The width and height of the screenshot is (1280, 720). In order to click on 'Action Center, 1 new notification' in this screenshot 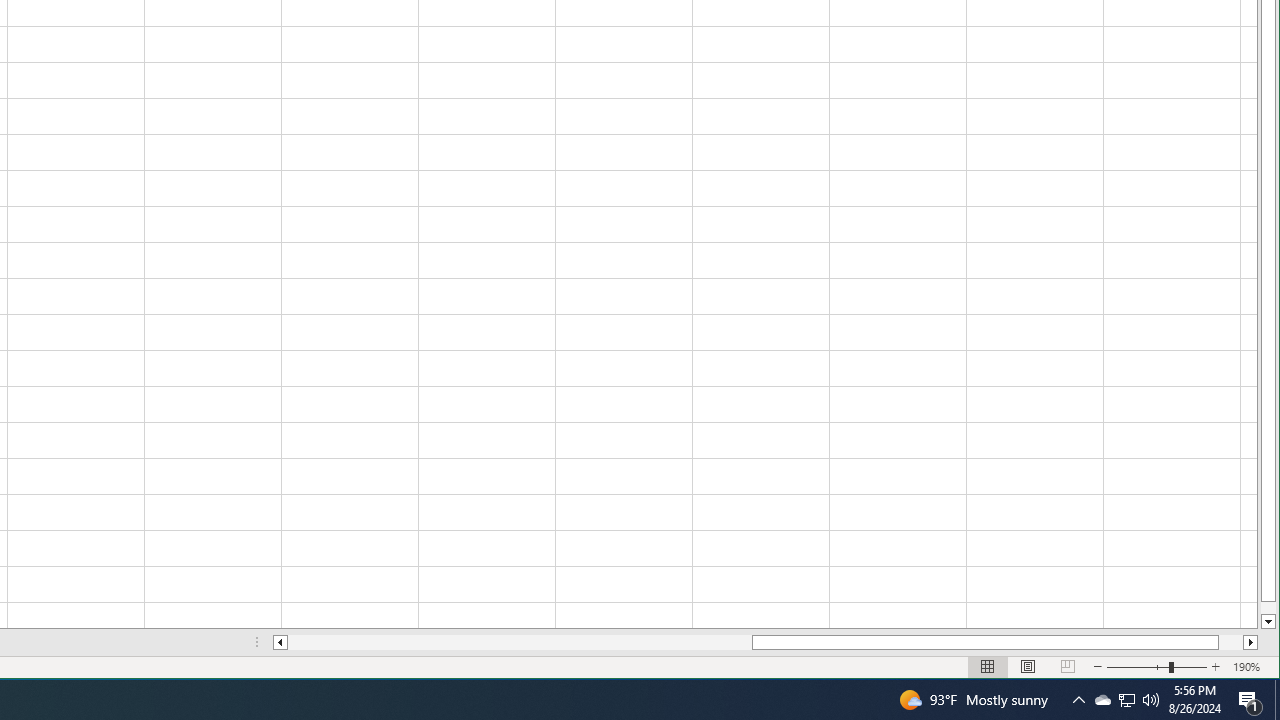, I will do `click(1250, 698)`.